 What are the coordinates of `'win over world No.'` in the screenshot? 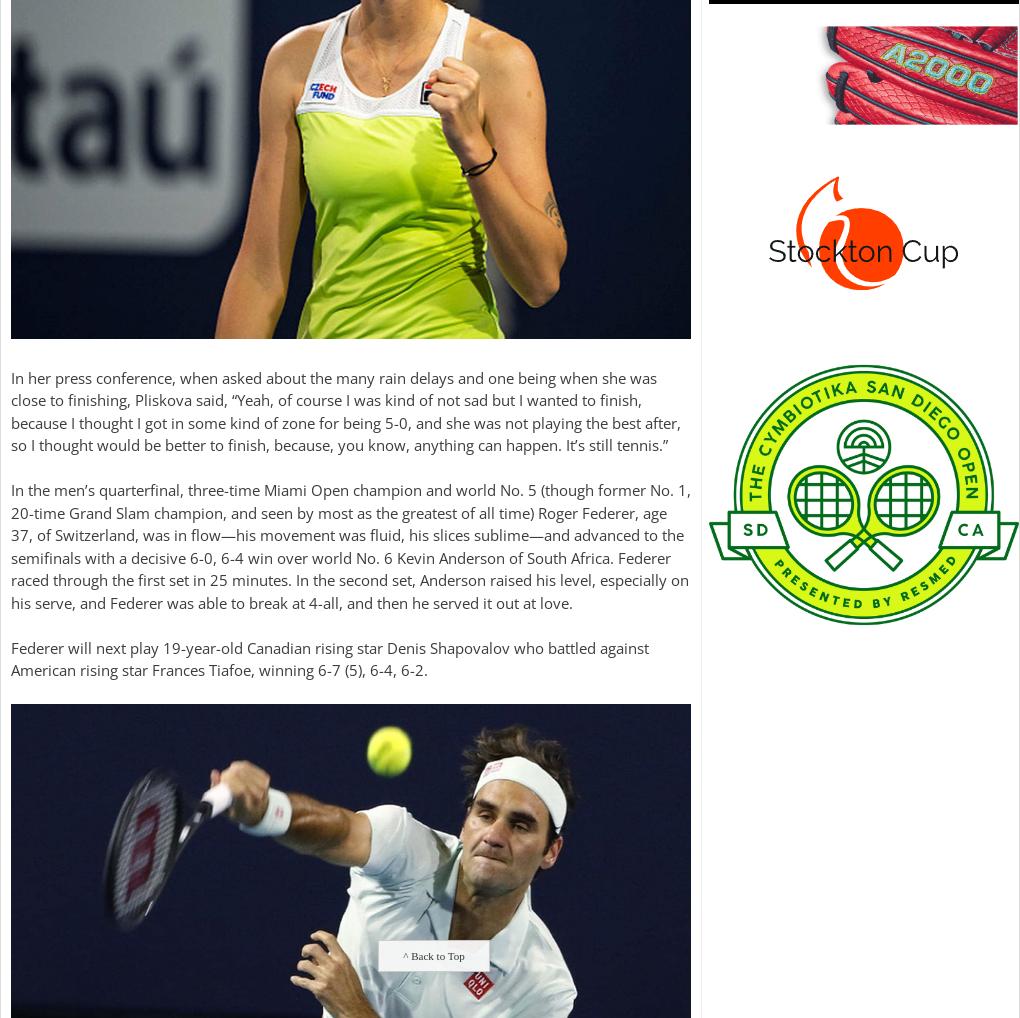 It's located at (313, 556).